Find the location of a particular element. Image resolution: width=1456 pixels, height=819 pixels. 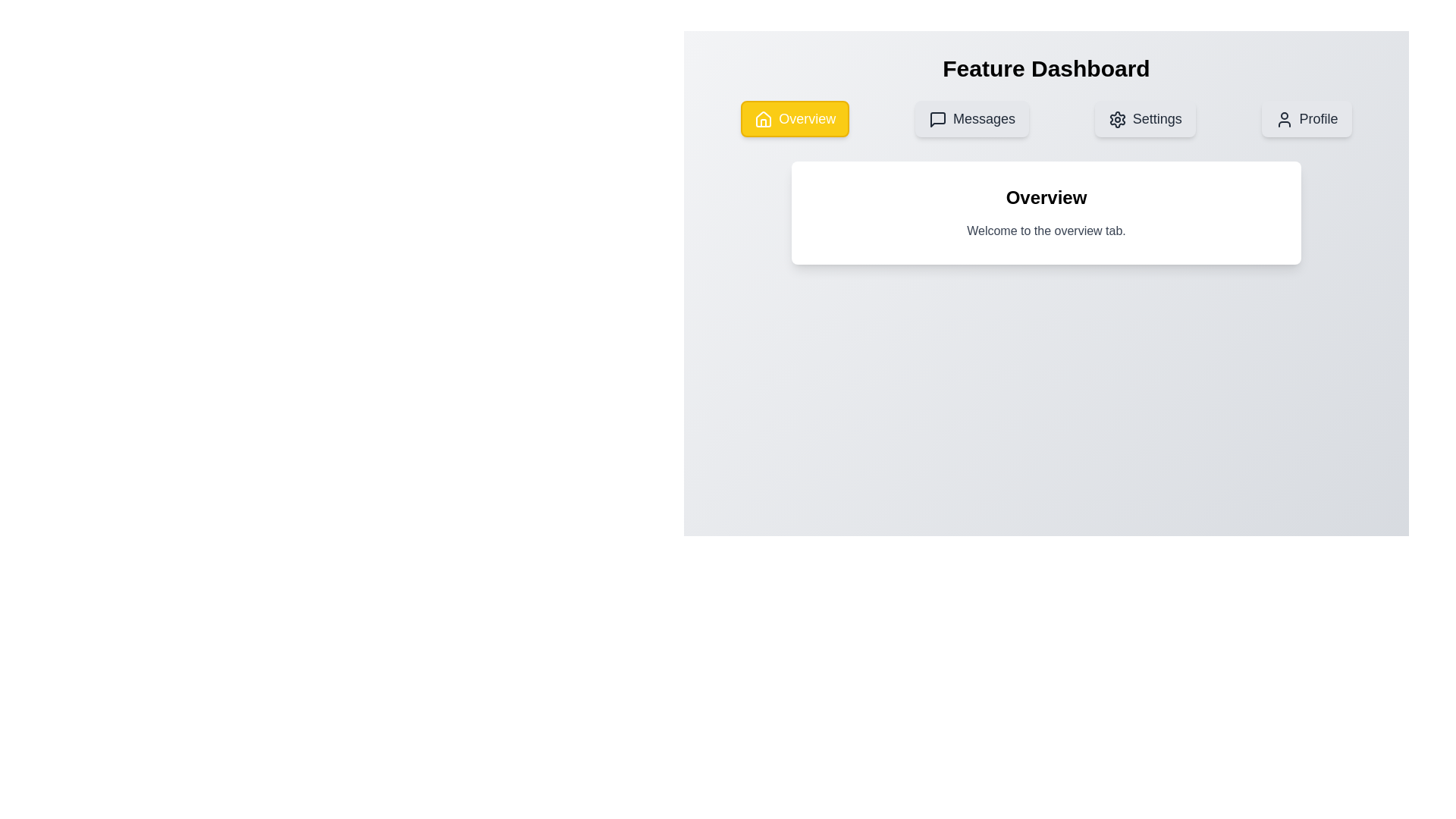

the Overview tab by clicking the corresponding navigation button is located at coordinates (794, 118).